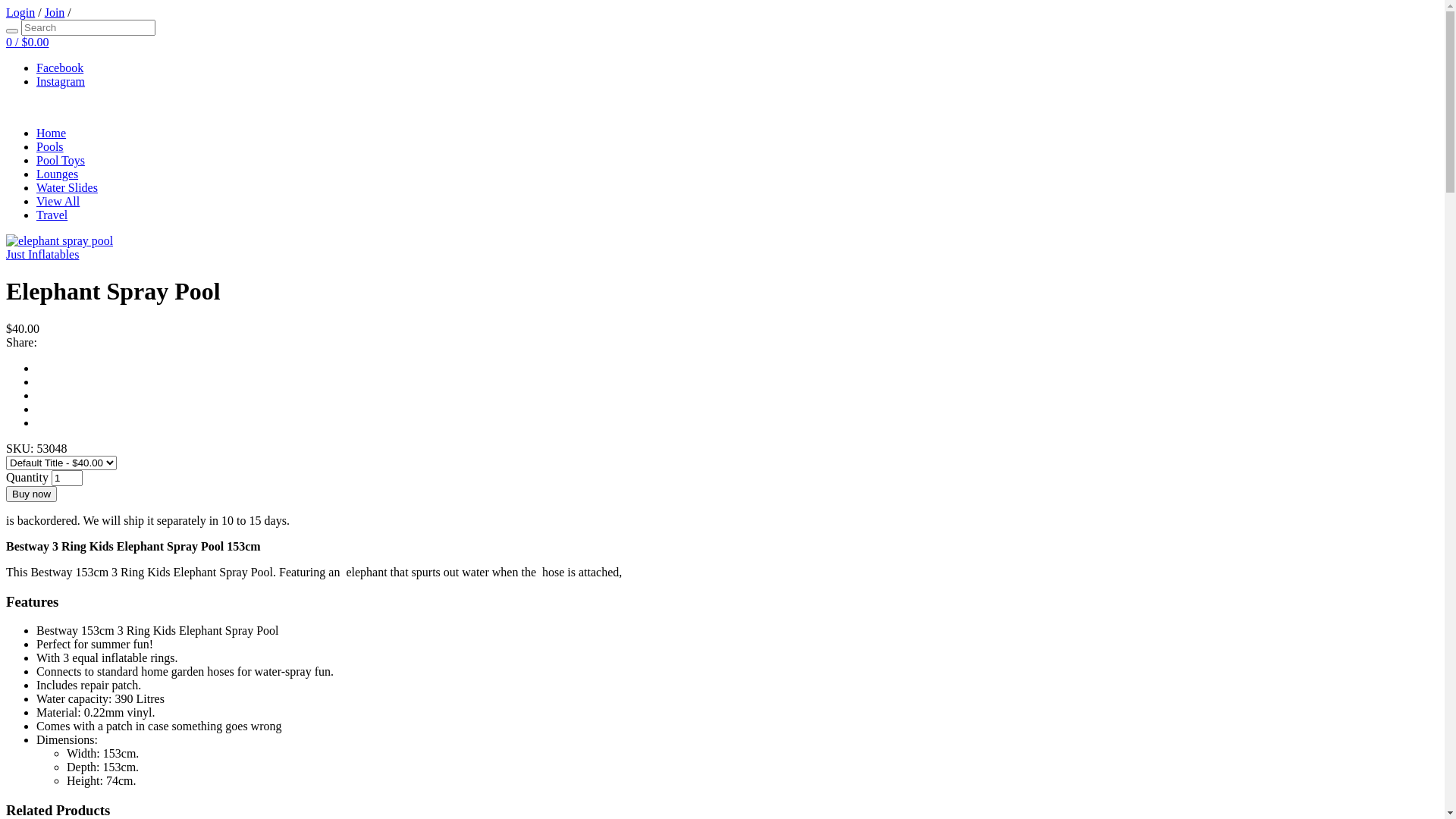 Image resolution: width=1456 pixels, height=819 pixels. Describe the element at coordinates (27, 41) in the screenshot. I see `'0 / $0.00'` at that location.